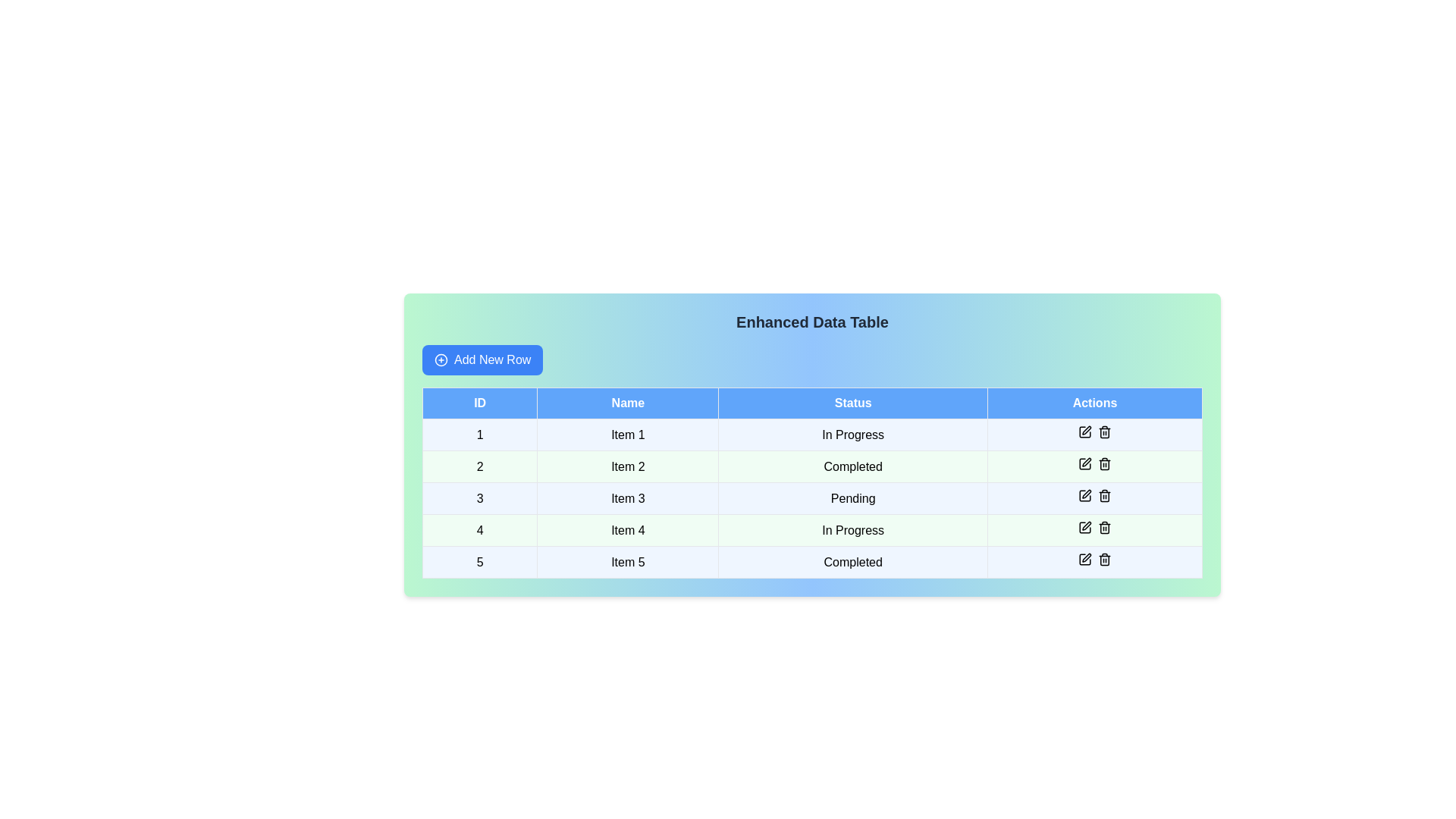 This screenshot has width=1456, height=819. What do you see at coordinates (628, 562) in the screenshot?
I see `the table cell displaying the name of the item in the fifth row, located in the 'Name' column between the cells showing '5' and 'Completed'` at bounding box center [628, 562].